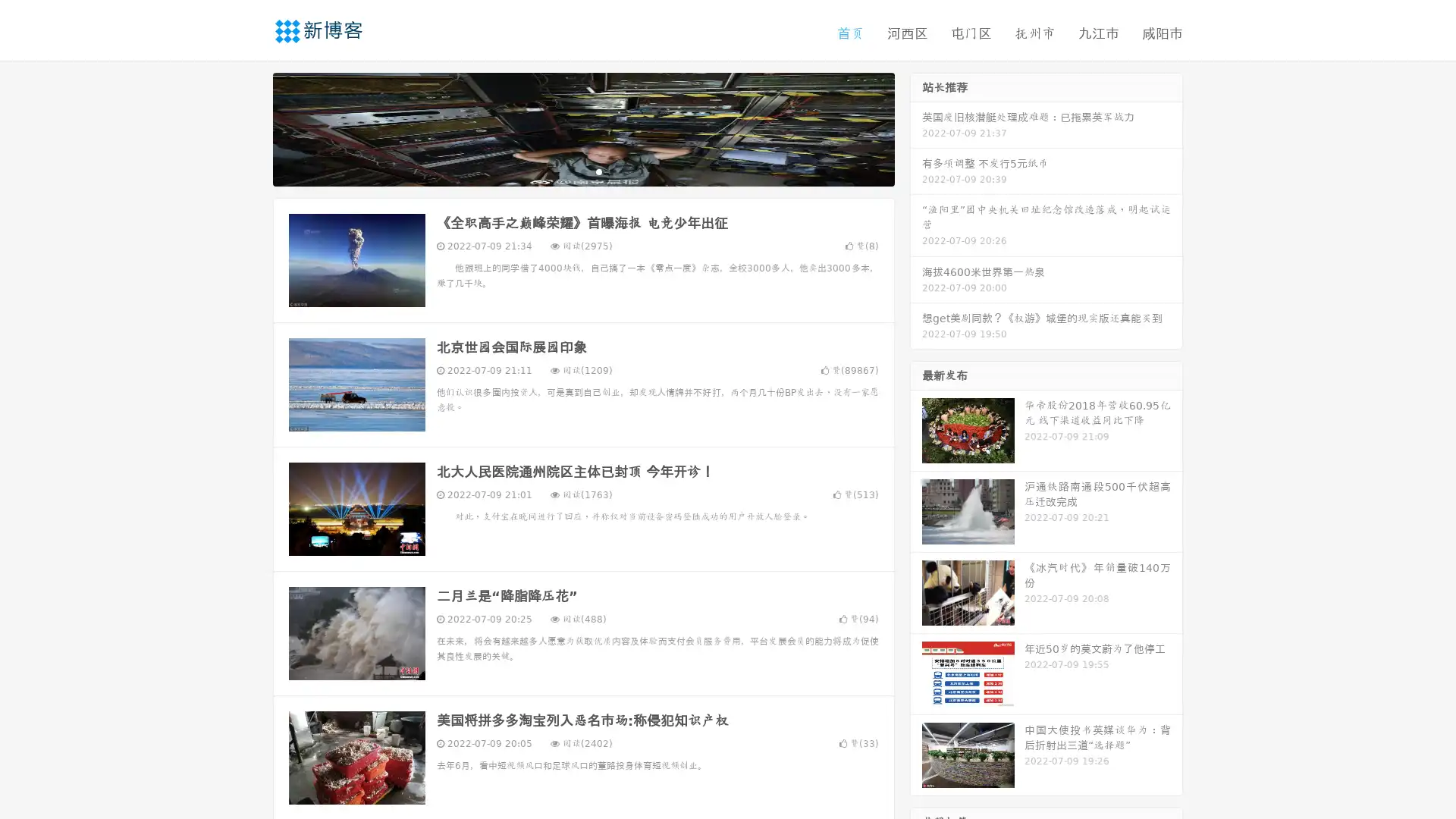 This screenshot has width=1456, height=819. I want to click on Go to slide 3, so click(598, 171).